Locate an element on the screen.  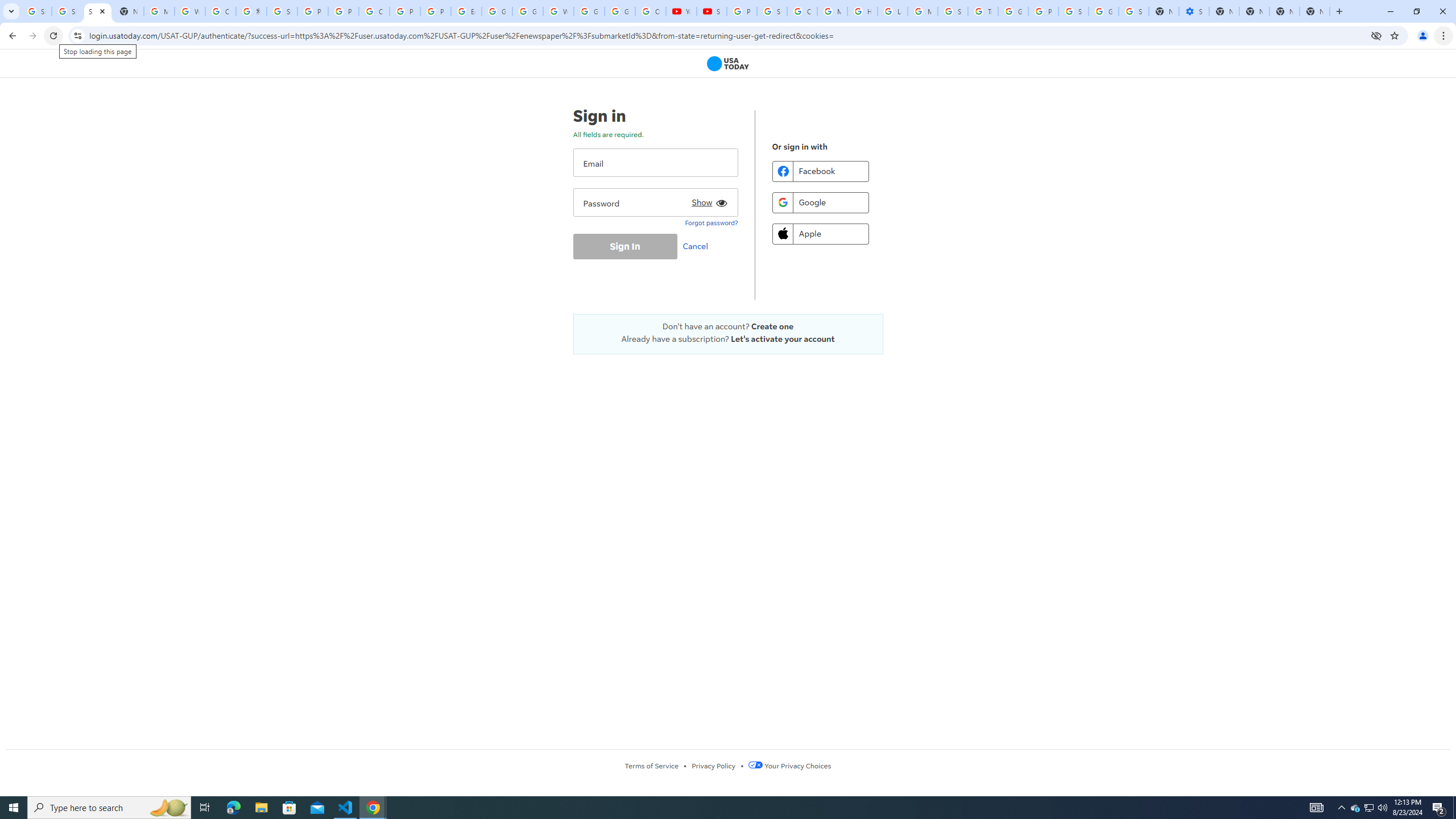
'Welcome to My Activity' is located at coordinates (559, 11).